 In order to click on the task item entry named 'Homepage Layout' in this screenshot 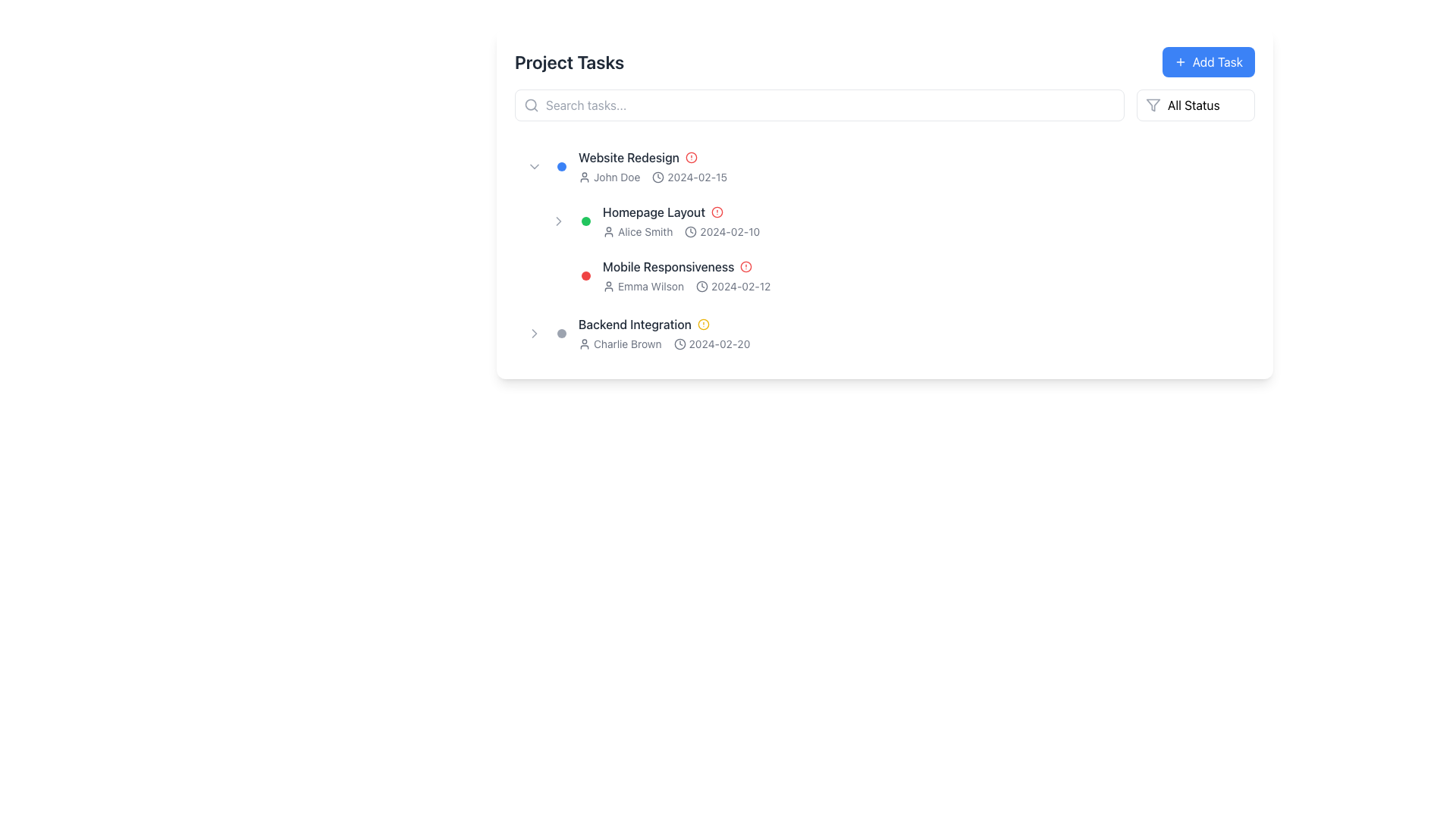, I will do `click(896, 221)`.